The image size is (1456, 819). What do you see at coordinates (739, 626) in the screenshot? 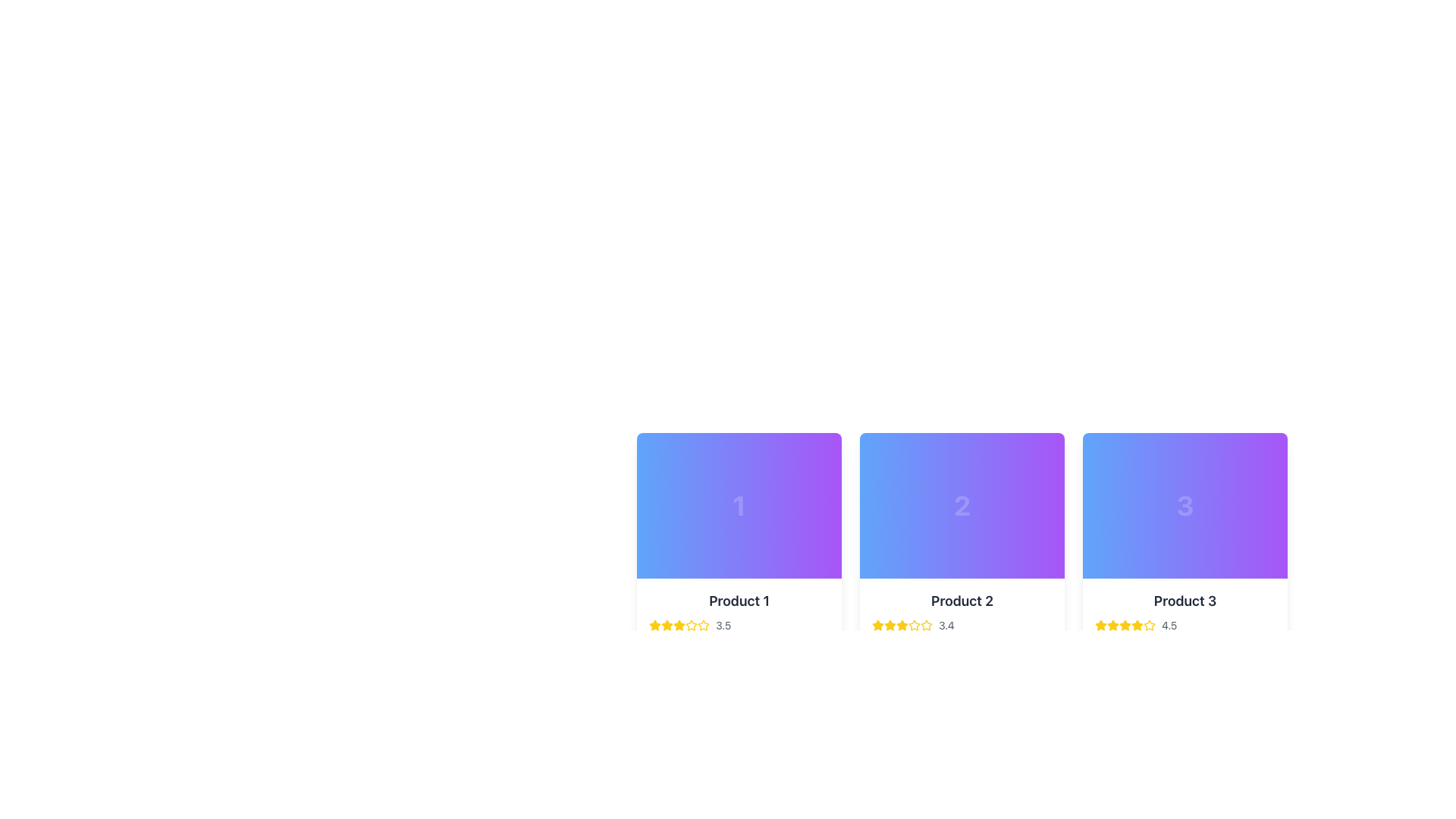
I see `numerical rating value displayed in the Rating Display Component located beneath the title 'Product 1' and above the price '$820'` at bounding box center [739, 626].